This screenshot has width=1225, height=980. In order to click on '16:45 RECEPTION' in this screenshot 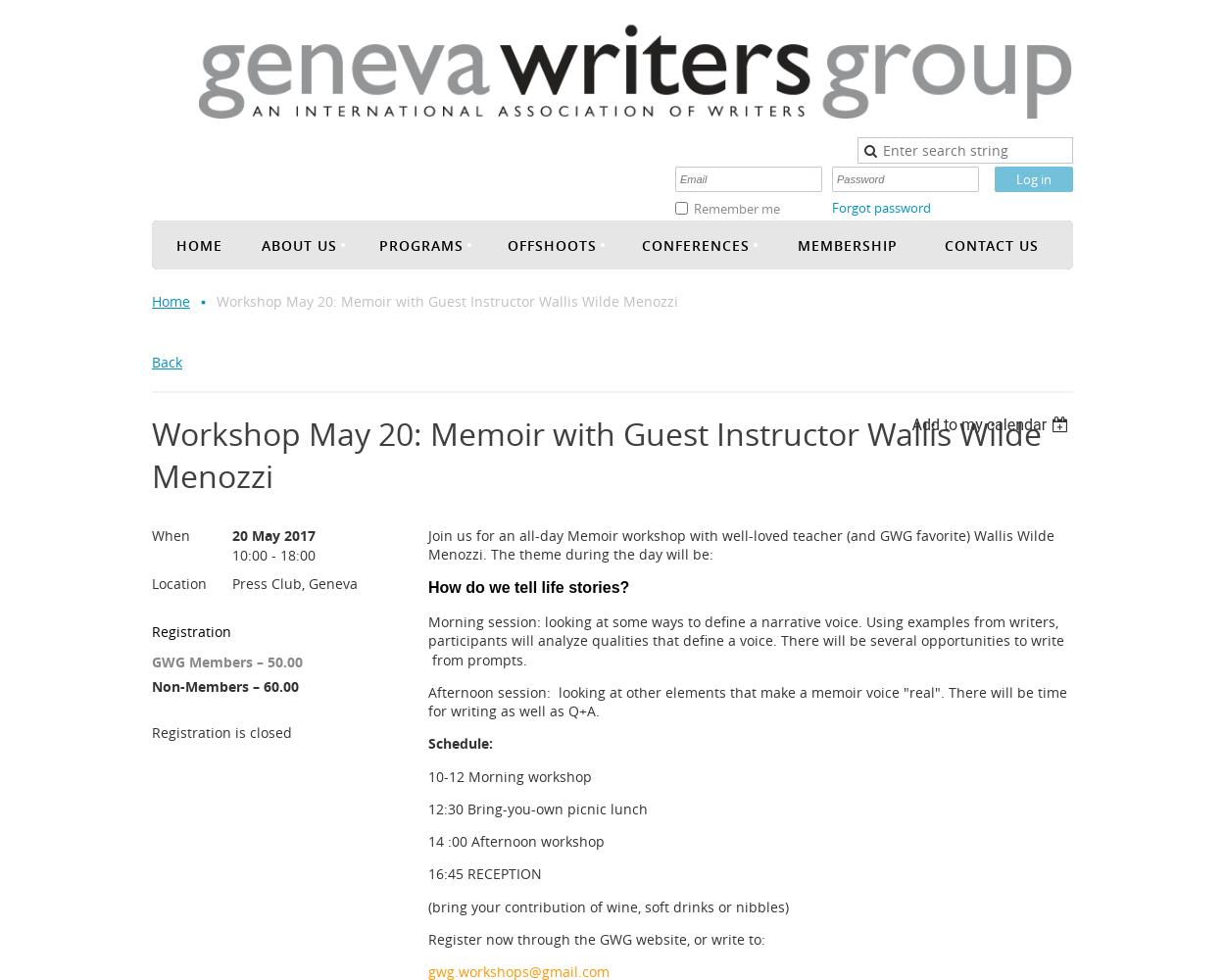, I will do `click(428, 873)`.